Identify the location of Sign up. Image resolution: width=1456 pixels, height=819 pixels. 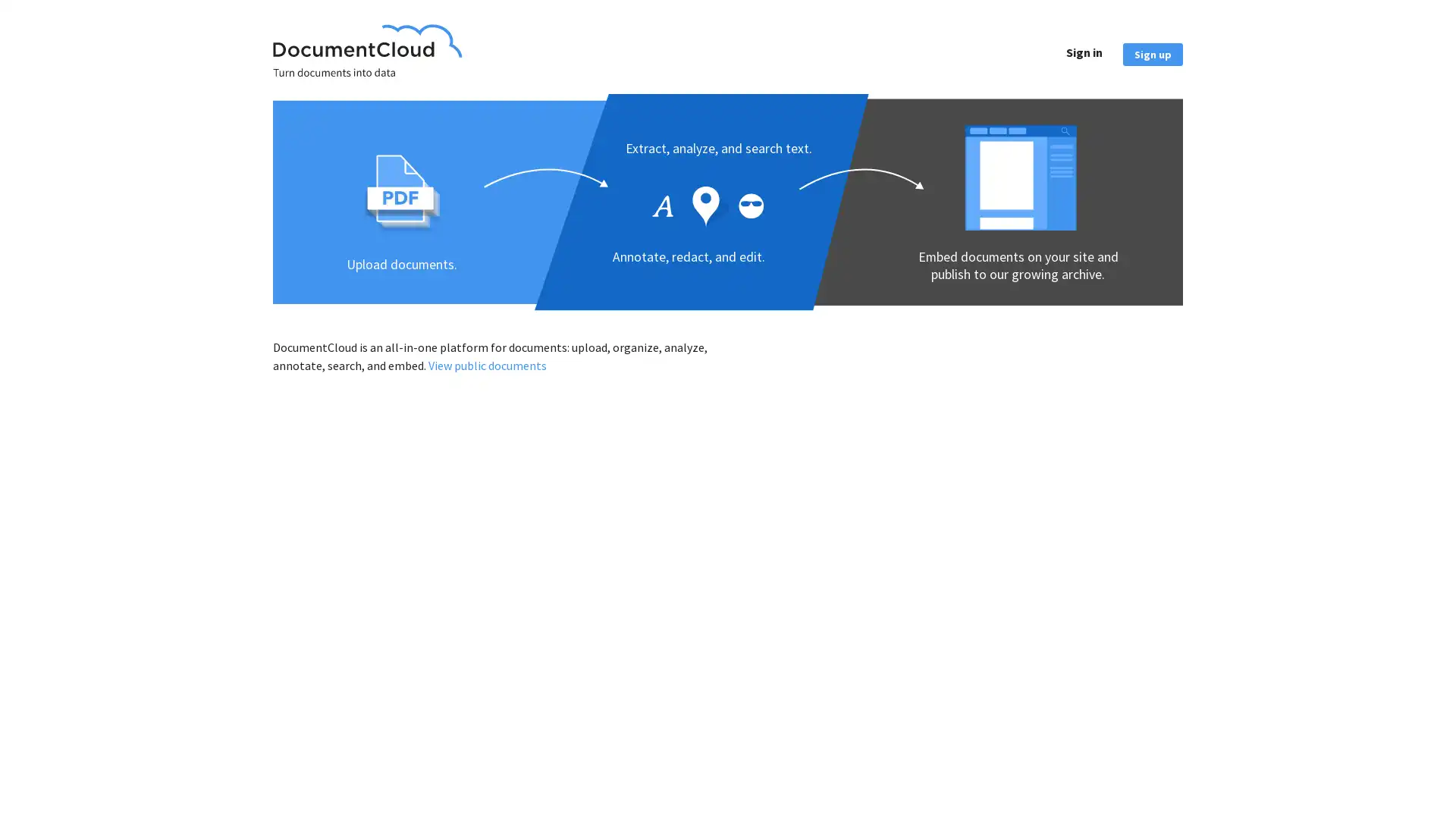
(1153, 52).